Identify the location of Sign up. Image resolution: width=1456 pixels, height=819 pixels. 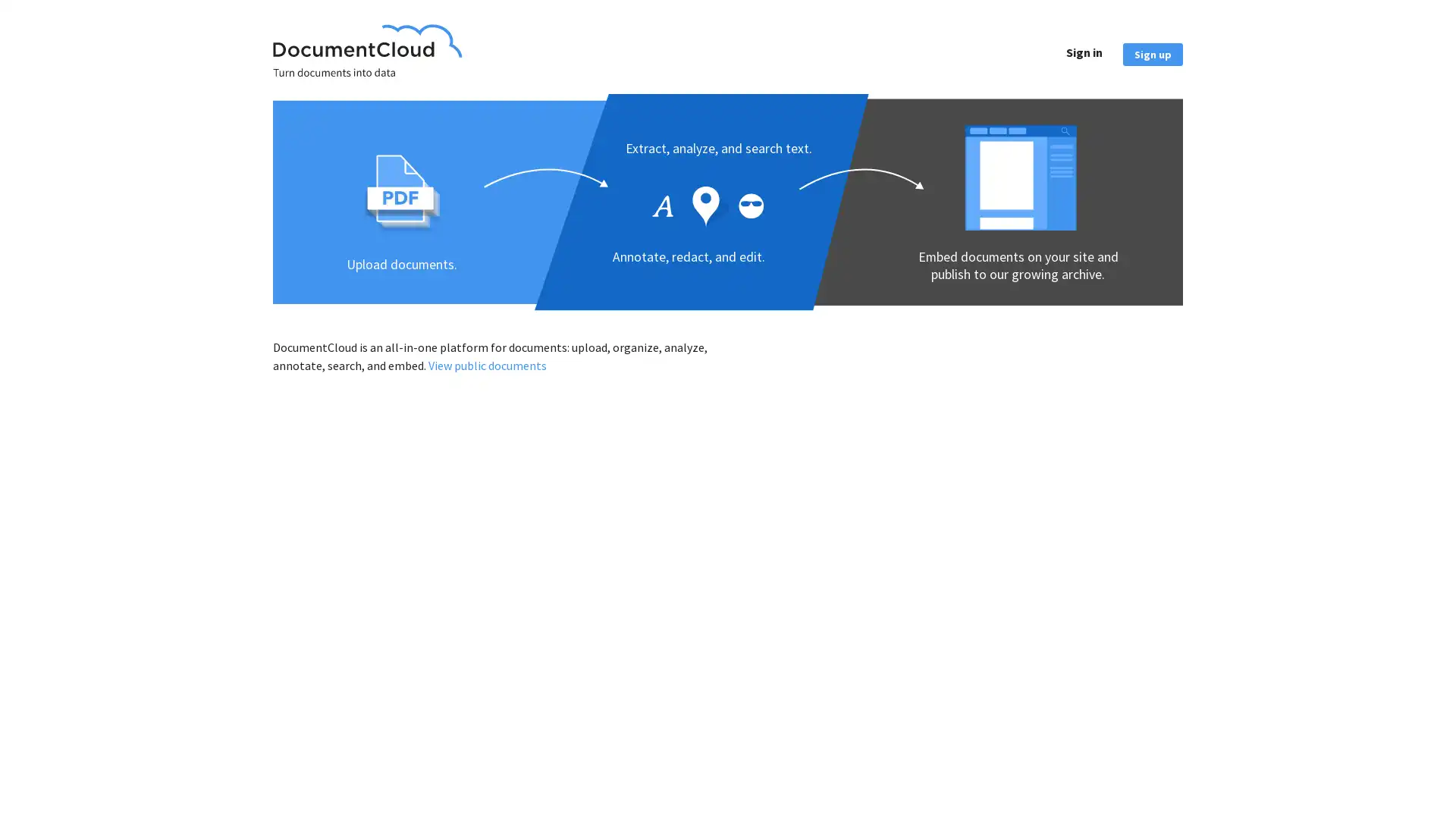
(1153, 52).